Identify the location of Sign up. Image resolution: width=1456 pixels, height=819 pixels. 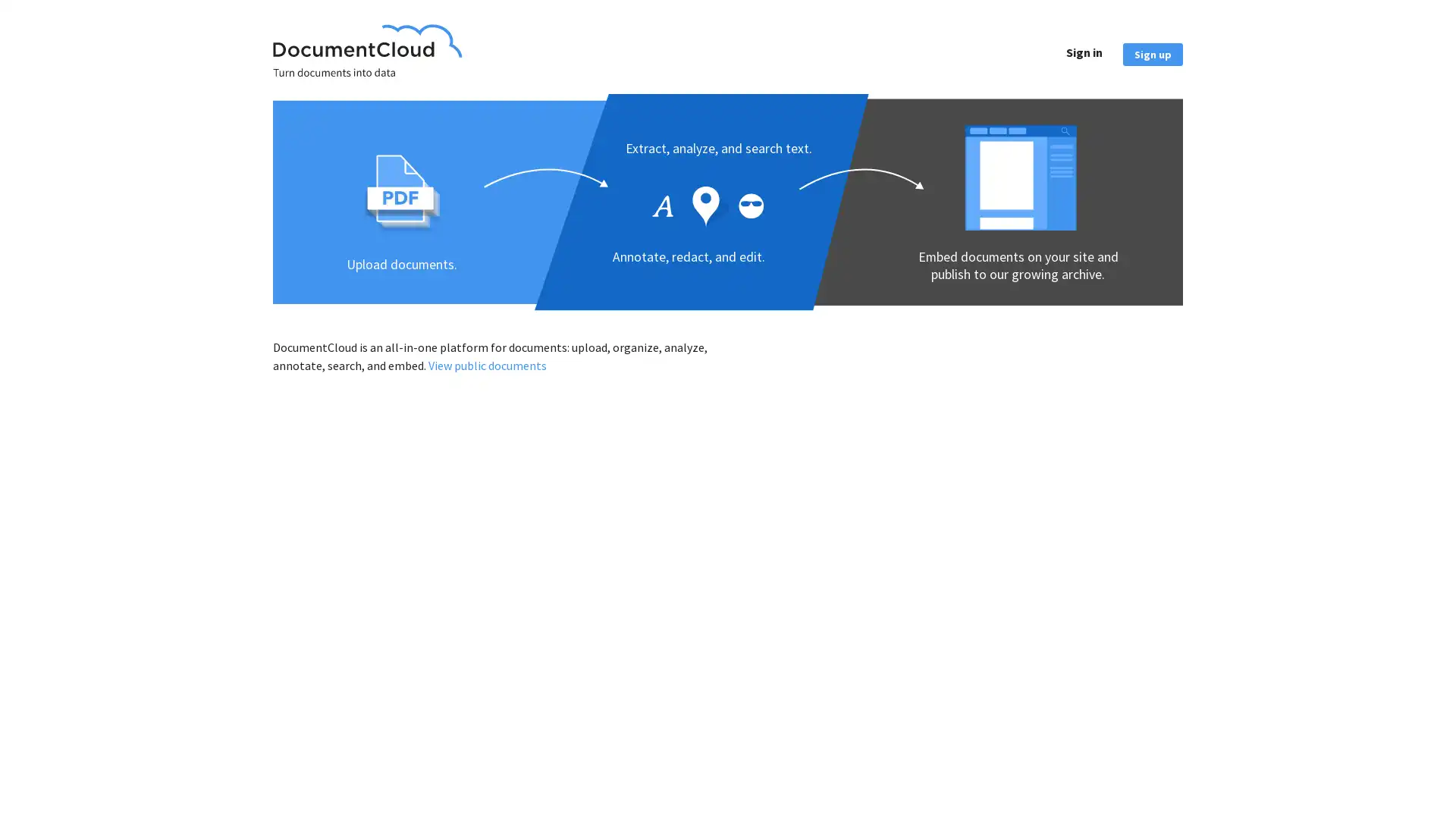
(1153, 52).